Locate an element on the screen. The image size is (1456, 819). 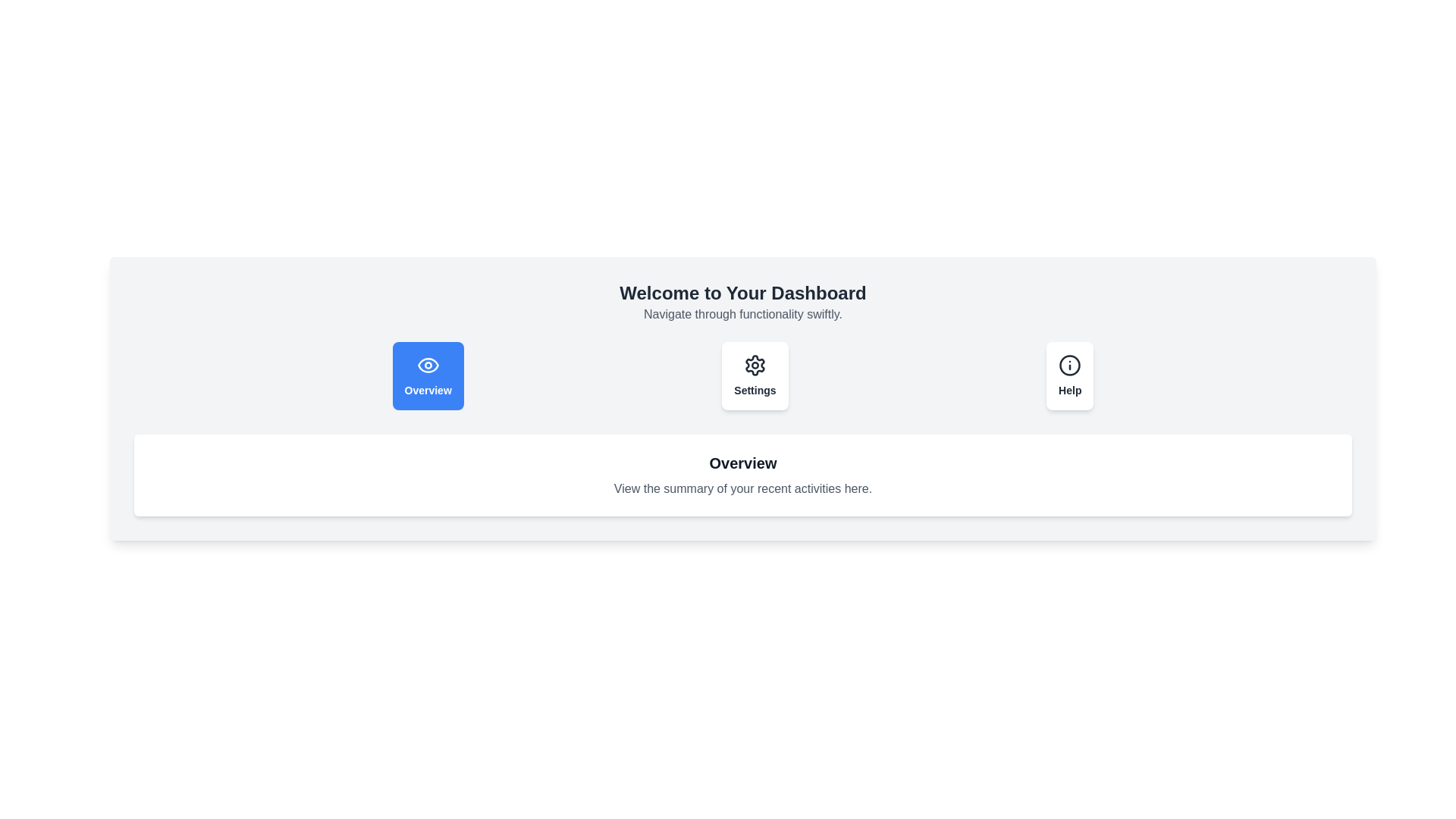
the 'Settings' button, which is a rectangular button with a white background and a gear icon is located at coordinates (755, 375).